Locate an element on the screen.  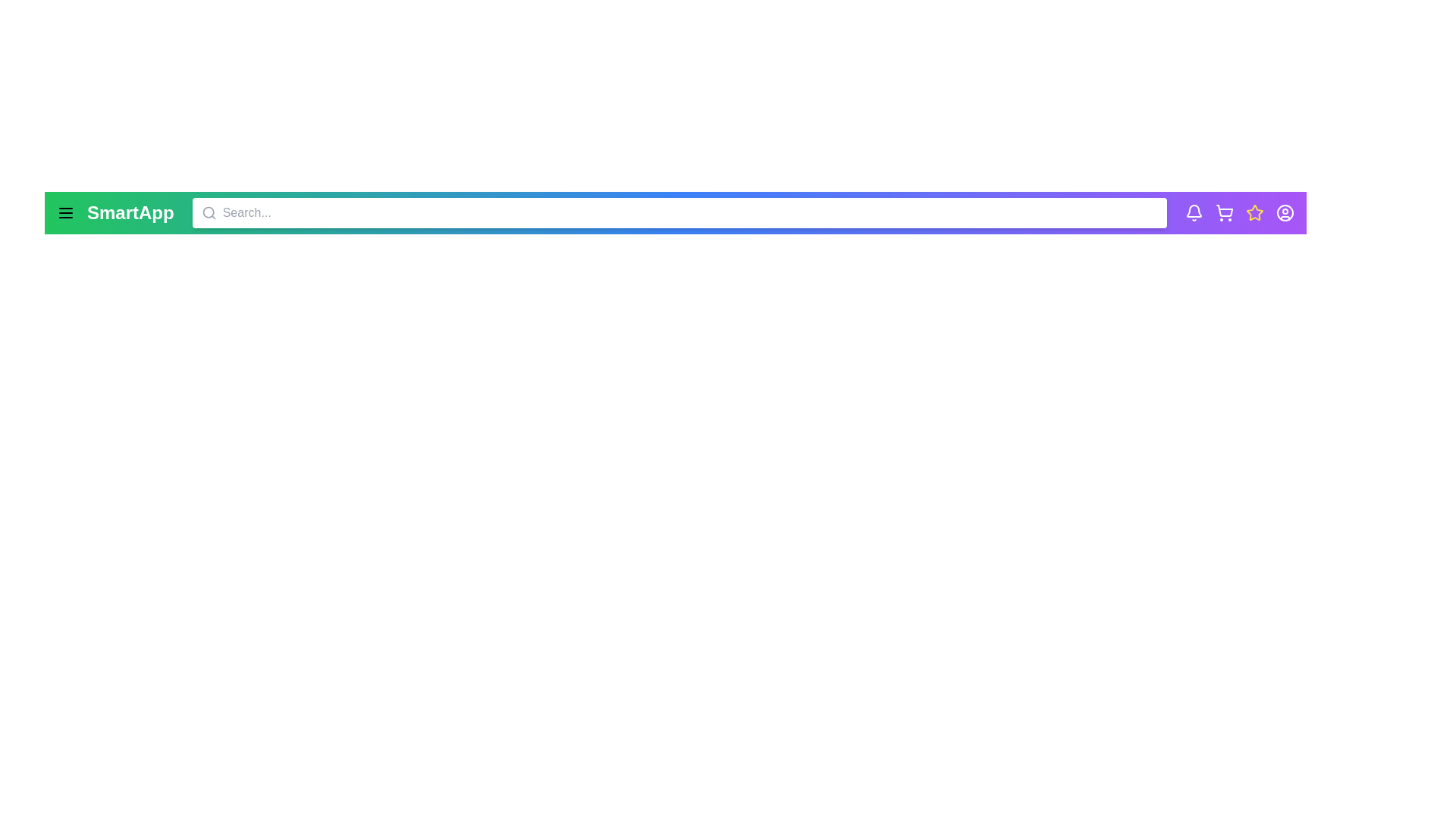
the bell icon to activate notifications is located at coordinates (1193, 213).